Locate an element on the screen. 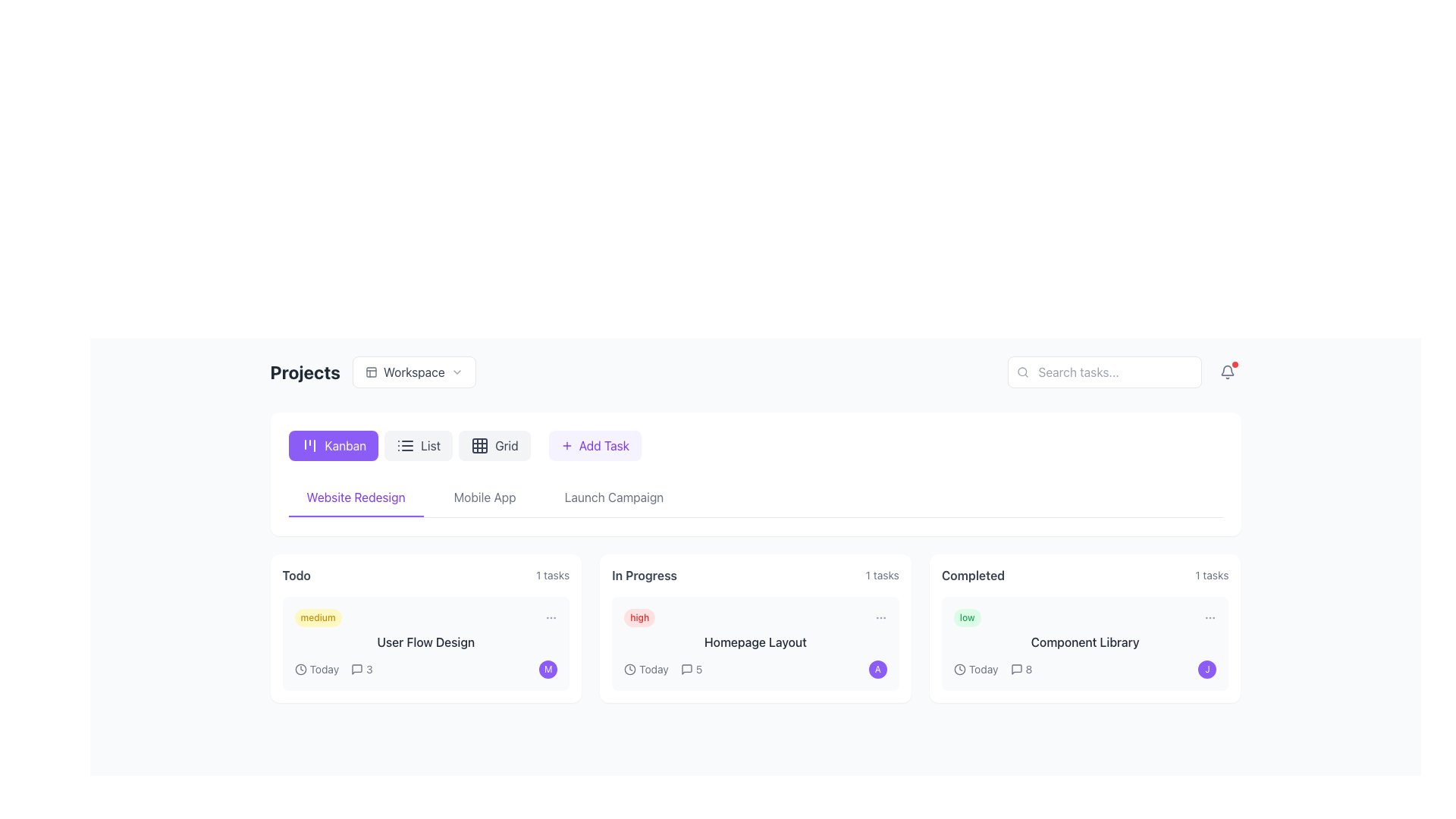 The image size is (1456, 819). the text label indicating the number of tasks in the 'In Progress' section, which is located at the top-right corner of the 'In Progress' card section is located at coordinates (882, 576).